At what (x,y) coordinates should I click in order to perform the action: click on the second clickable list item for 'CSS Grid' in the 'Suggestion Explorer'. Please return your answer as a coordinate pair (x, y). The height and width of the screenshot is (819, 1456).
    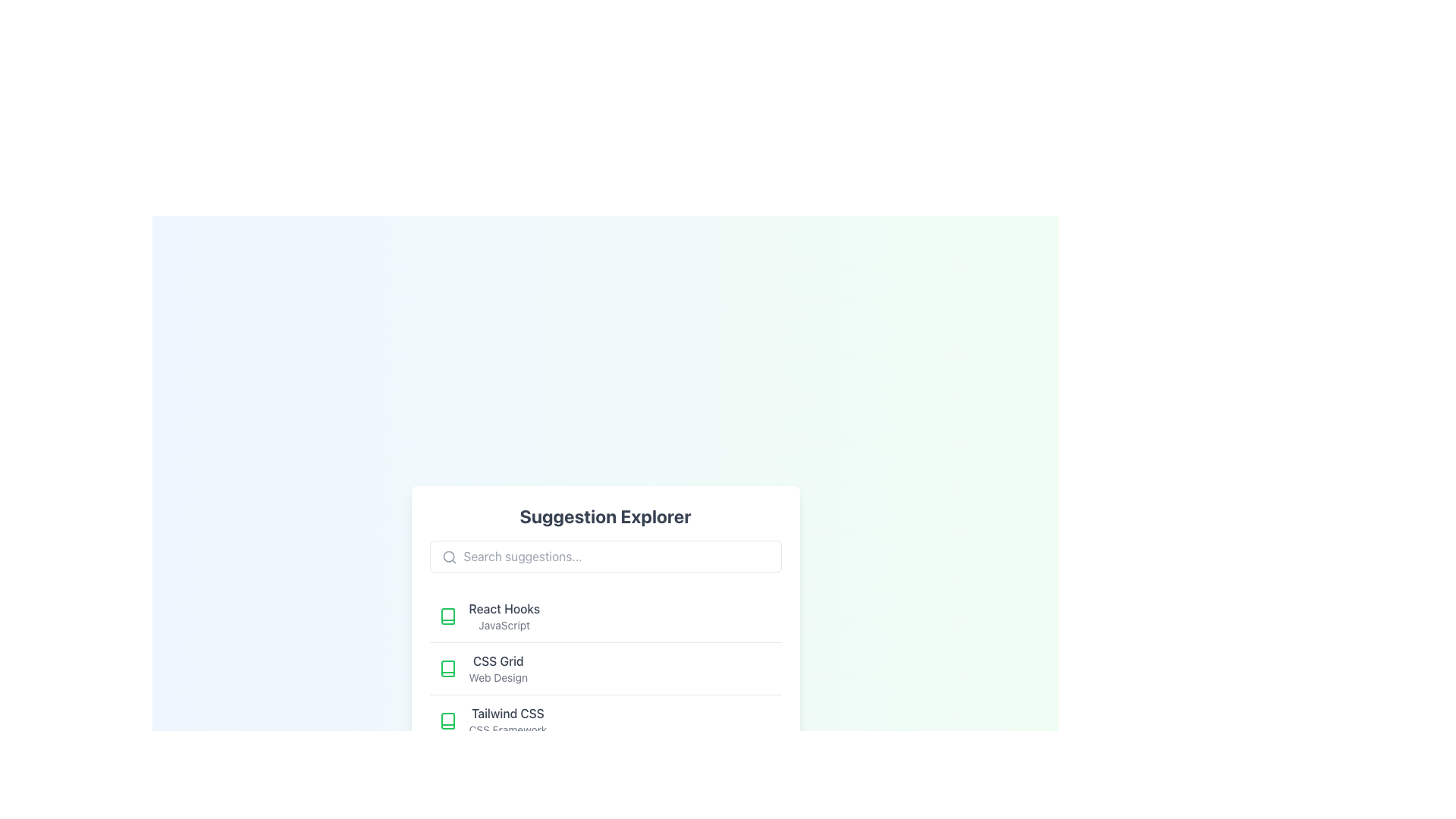
    Looking at the image, I should click on (604, 667).